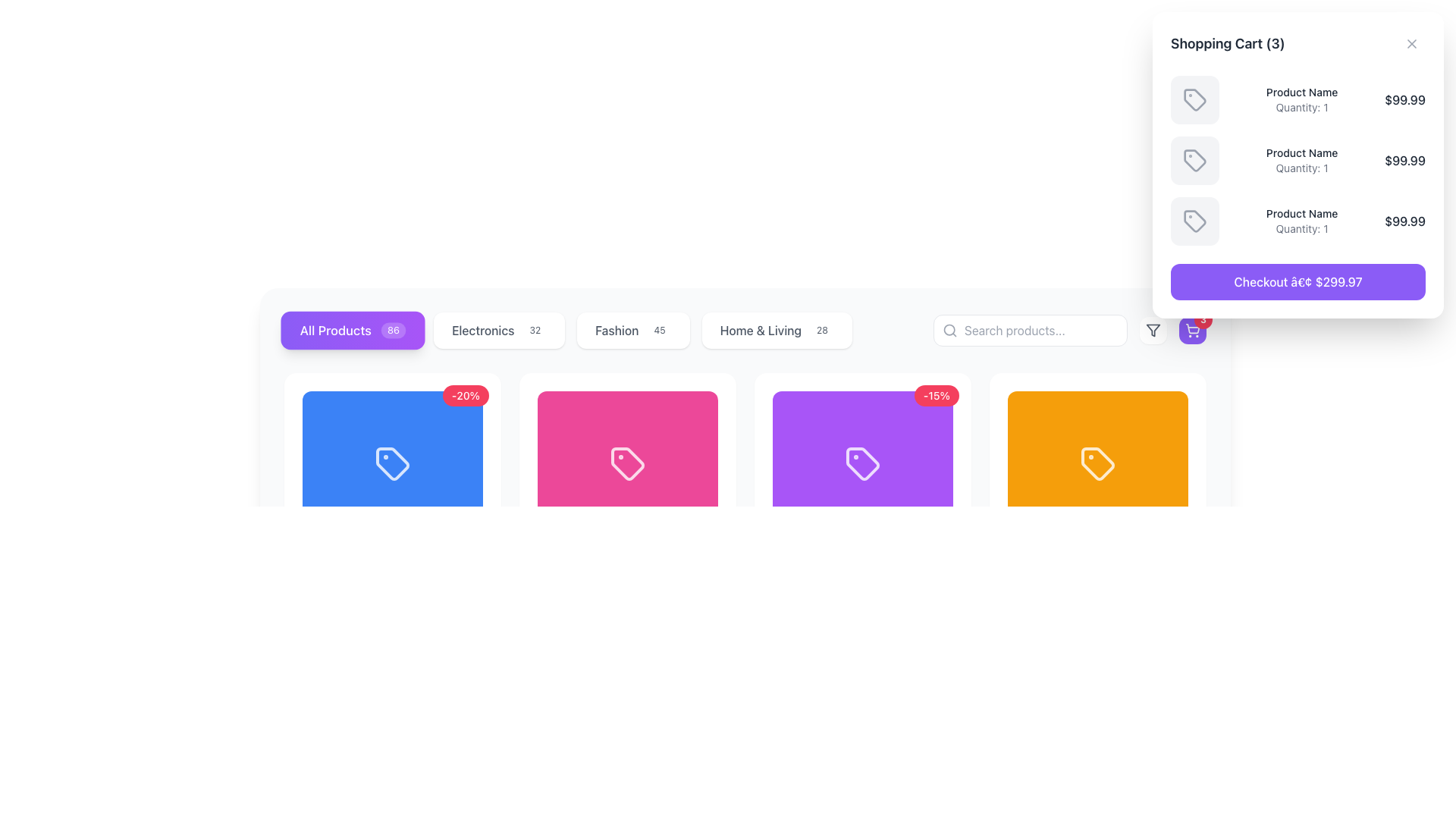 The height and width of the screenshot is (819, 1456). I want to click on the rectangular area with a bold amber orange background that features a centered tag icon in white, located in the fourth position of a horizontal row of panels in the Visual Panel, so click(1098, 463).